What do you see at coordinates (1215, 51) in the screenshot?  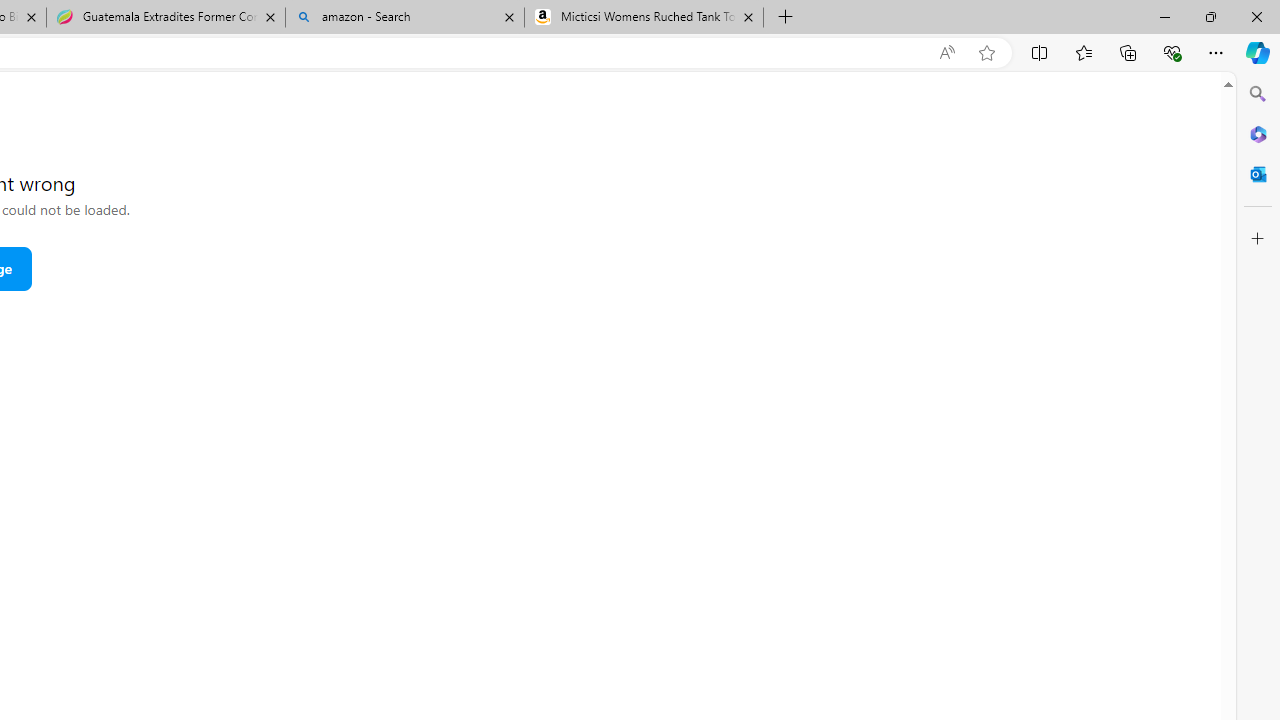 I see `'Settings and more (Alt+F)'` at bounding box center [1215, 51].